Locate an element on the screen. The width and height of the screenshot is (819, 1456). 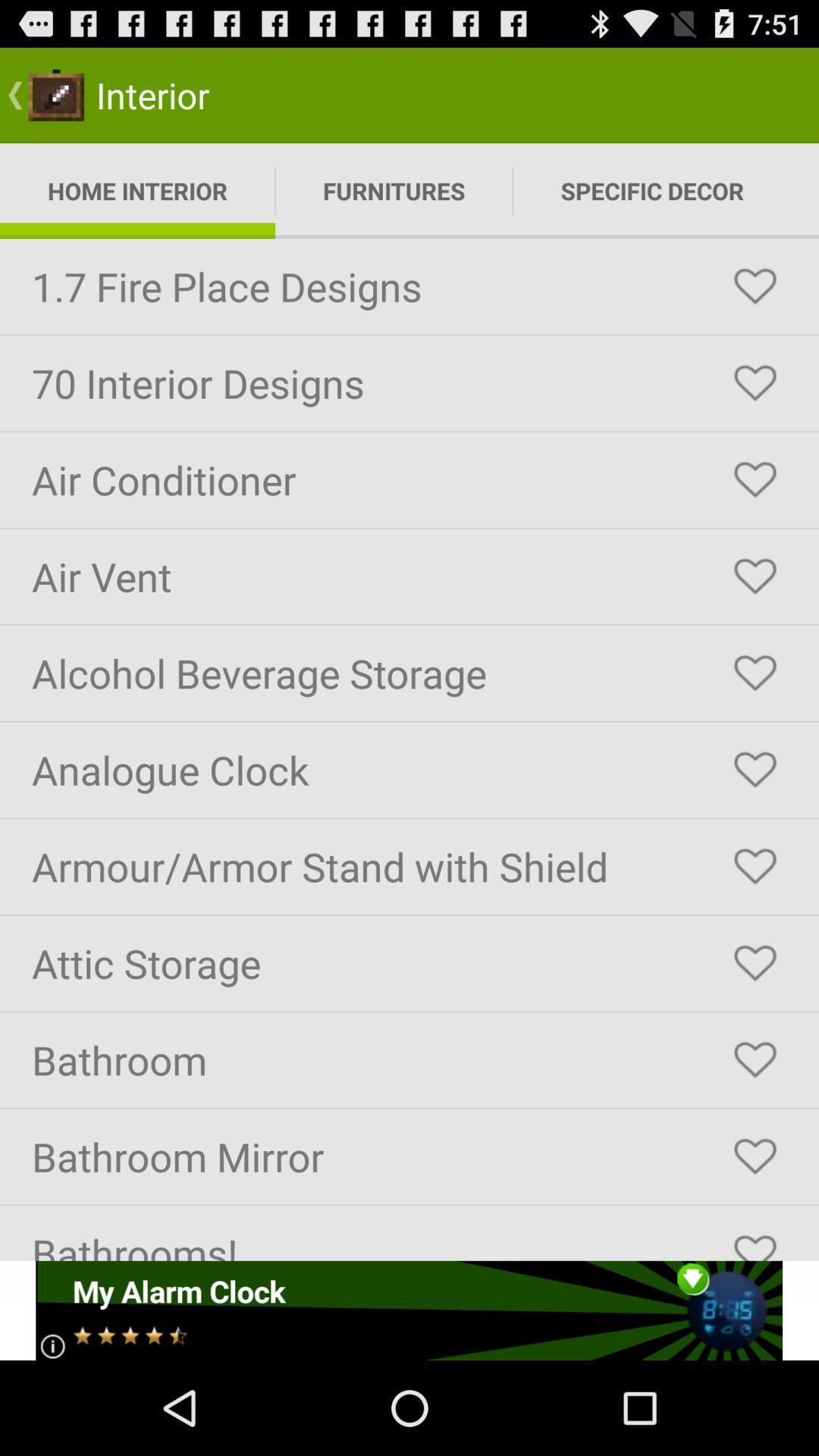
like the feature is located at coordinates (755, 673).